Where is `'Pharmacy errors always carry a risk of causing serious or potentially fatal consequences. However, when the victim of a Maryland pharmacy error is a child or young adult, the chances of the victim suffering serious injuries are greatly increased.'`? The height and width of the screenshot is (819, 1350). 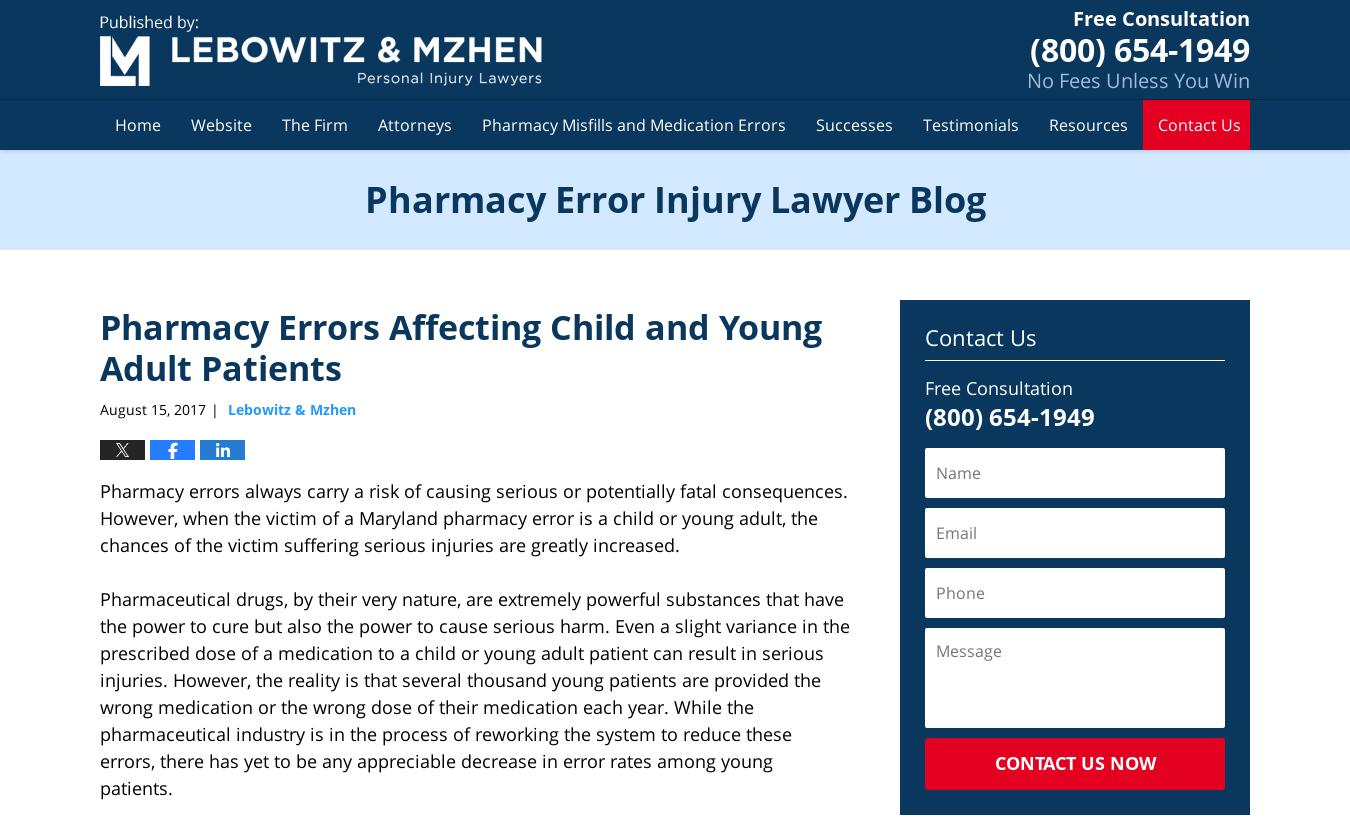 'Pharmacy errors always carry a risk of causing serious or potentially fatal consequences. However, when the victim of a Maryland pharmacy error is a child or young adult, the chances of the victim suffering serious injuries are greatly increased.' is located at coordinates (472, 517).